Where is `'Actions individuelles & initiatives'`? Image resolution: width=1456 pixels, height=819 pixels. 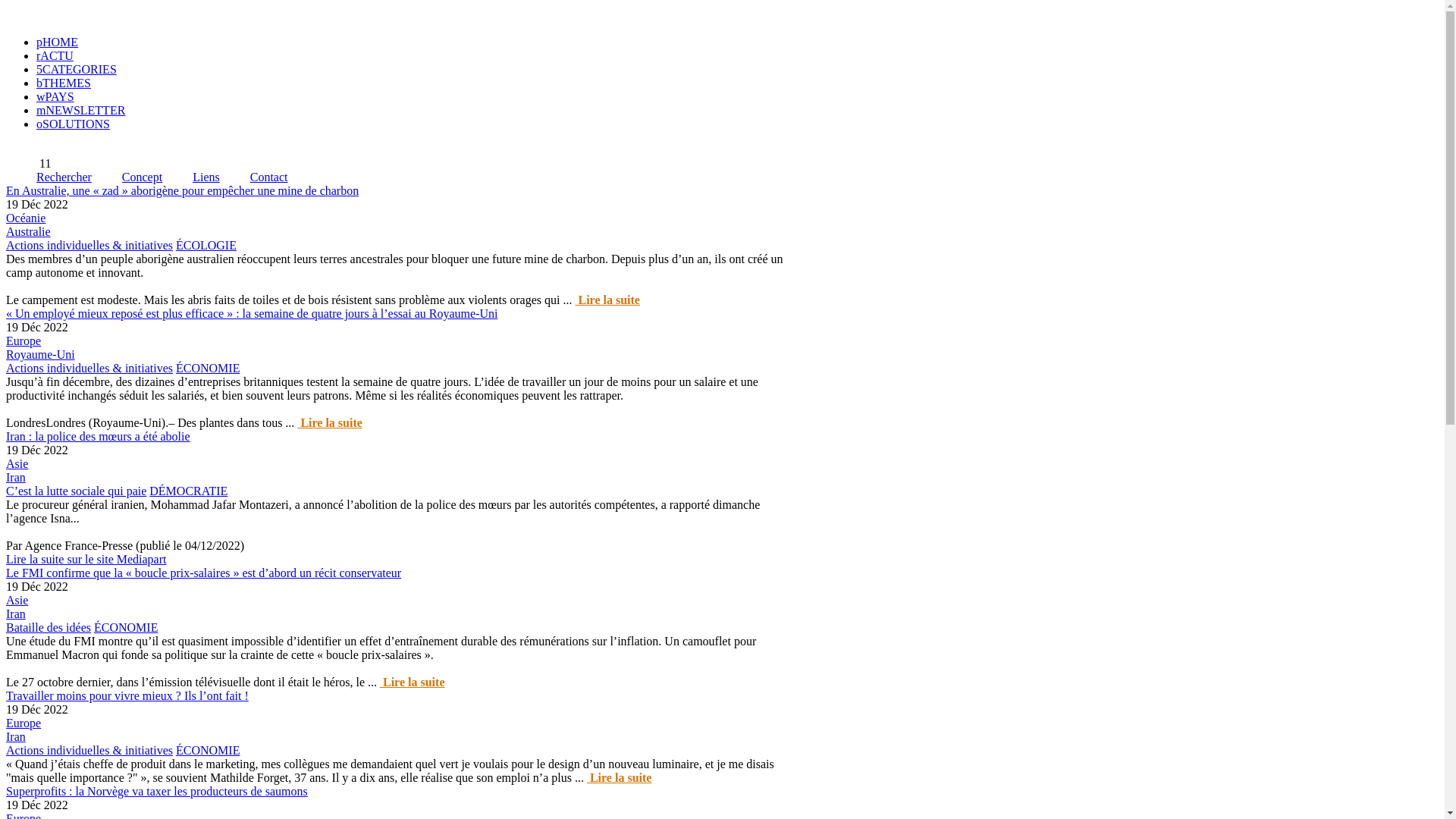 'Actions individuelles & initiatives' is located at coordinates (89, 749).